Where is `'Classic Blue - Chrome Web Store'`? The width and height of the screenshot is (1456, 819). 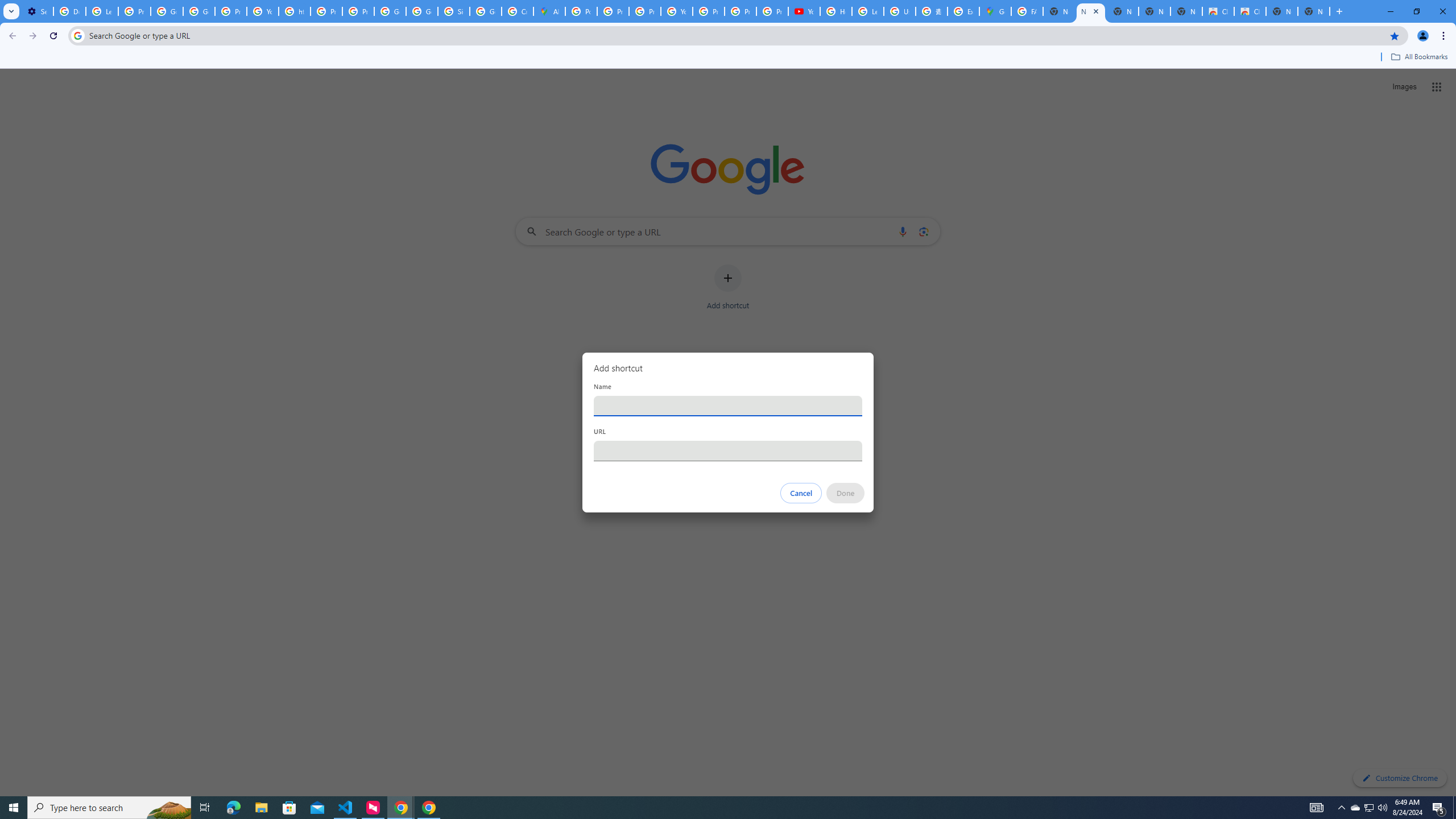 'Classic Blue - Chrome Web Store' is located at coordinates (1250, 11).